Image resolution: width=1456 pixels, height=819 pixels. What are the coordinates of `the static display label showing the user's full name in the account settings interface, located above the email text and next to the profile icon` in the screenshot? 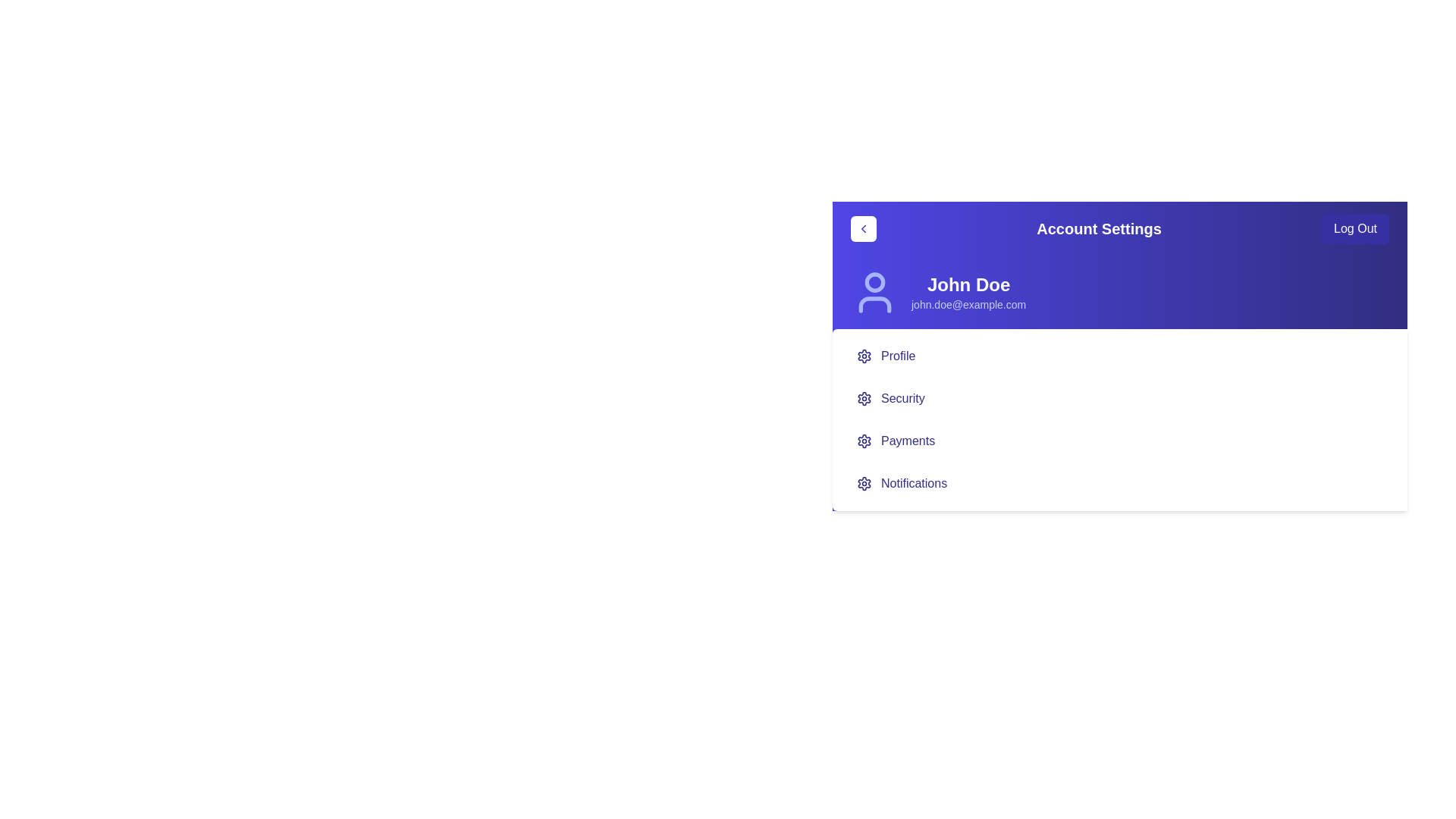 It's located at (968, 284).